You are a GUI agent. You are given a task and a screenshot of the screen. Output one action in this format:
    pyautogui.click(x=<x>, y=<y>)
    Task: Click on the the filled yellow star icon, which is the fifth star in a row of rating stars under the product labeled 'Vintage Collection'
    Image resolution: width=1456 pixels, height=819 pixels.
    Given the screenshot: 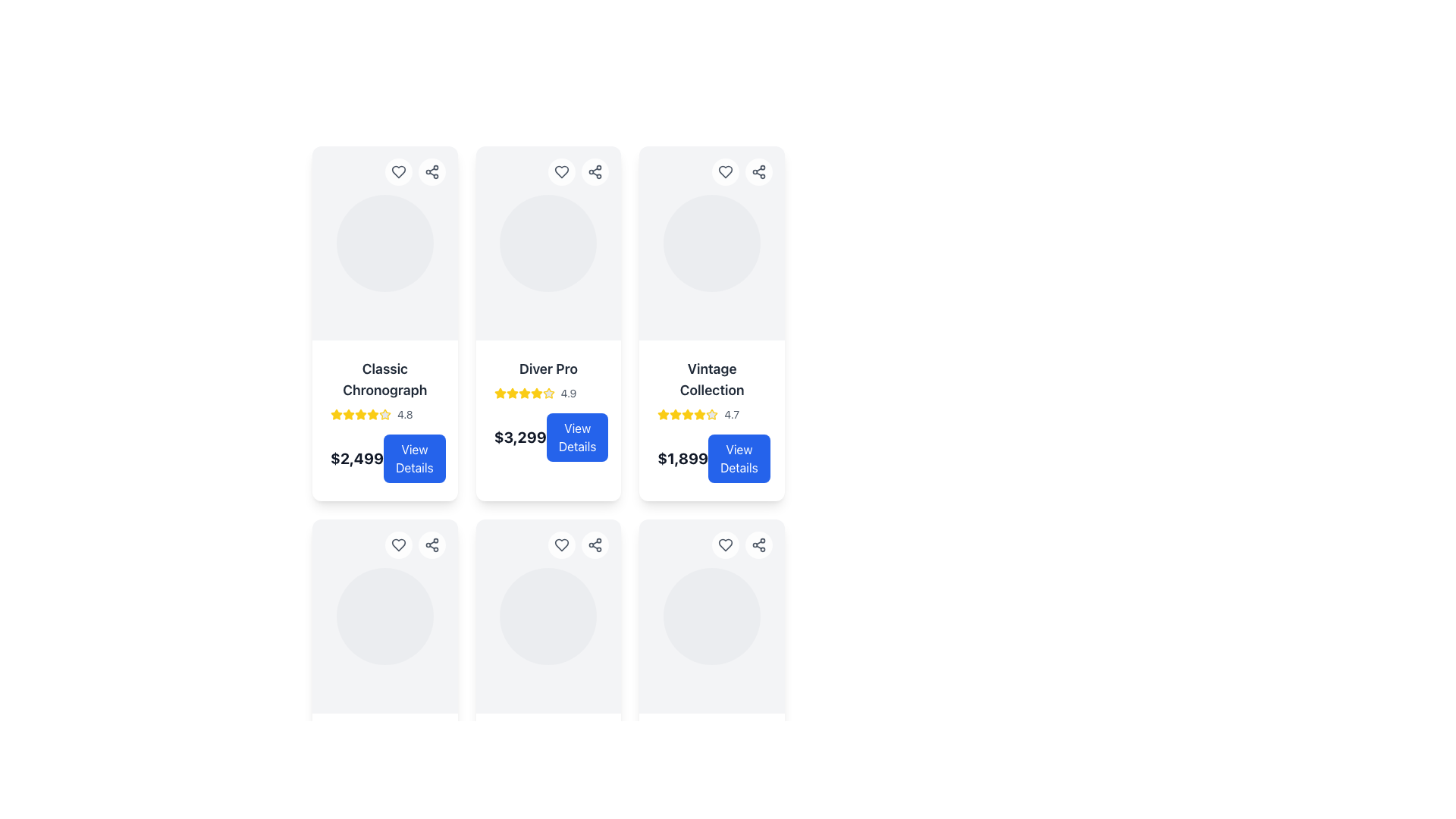 What is the action you would take?
    pyautogui.click(x=687, y=415)
    